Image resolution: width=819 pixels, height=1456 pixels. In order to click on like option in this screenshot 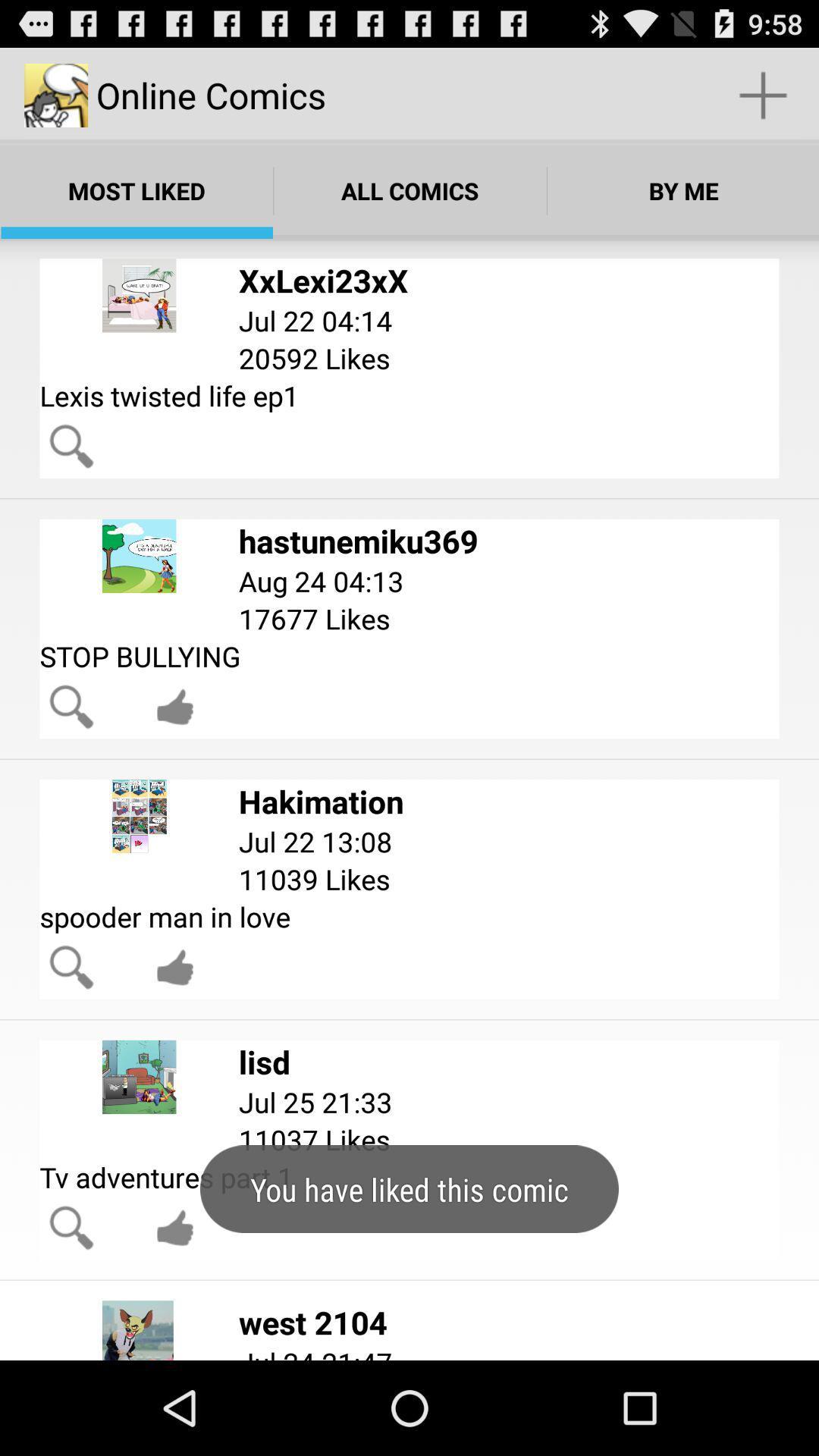, I will do `click(174, 706)`.